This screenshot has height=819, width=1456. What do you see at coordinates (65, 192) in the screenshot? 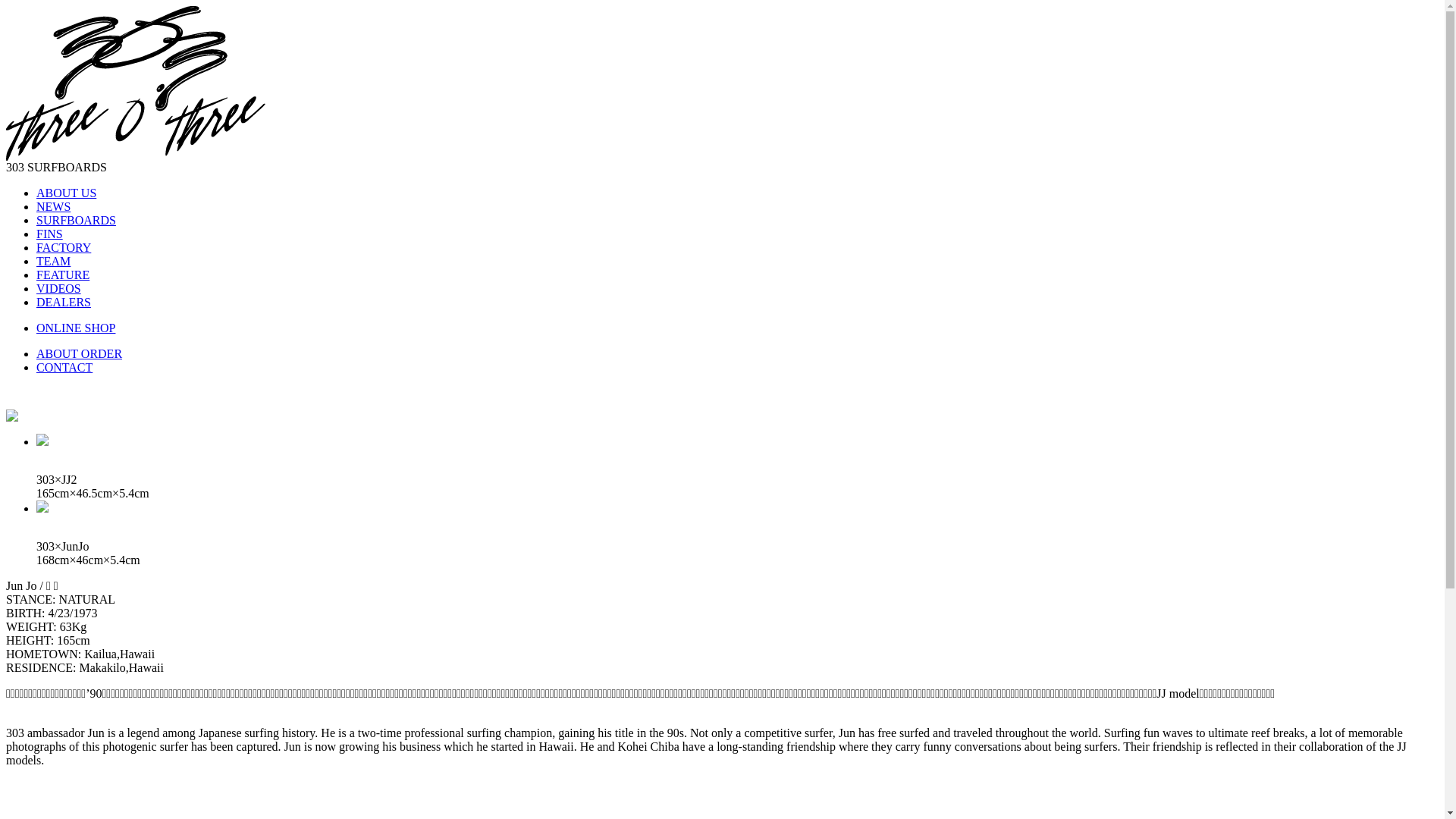
I see `'ABOUT US'` at bounding box center [65, 192].